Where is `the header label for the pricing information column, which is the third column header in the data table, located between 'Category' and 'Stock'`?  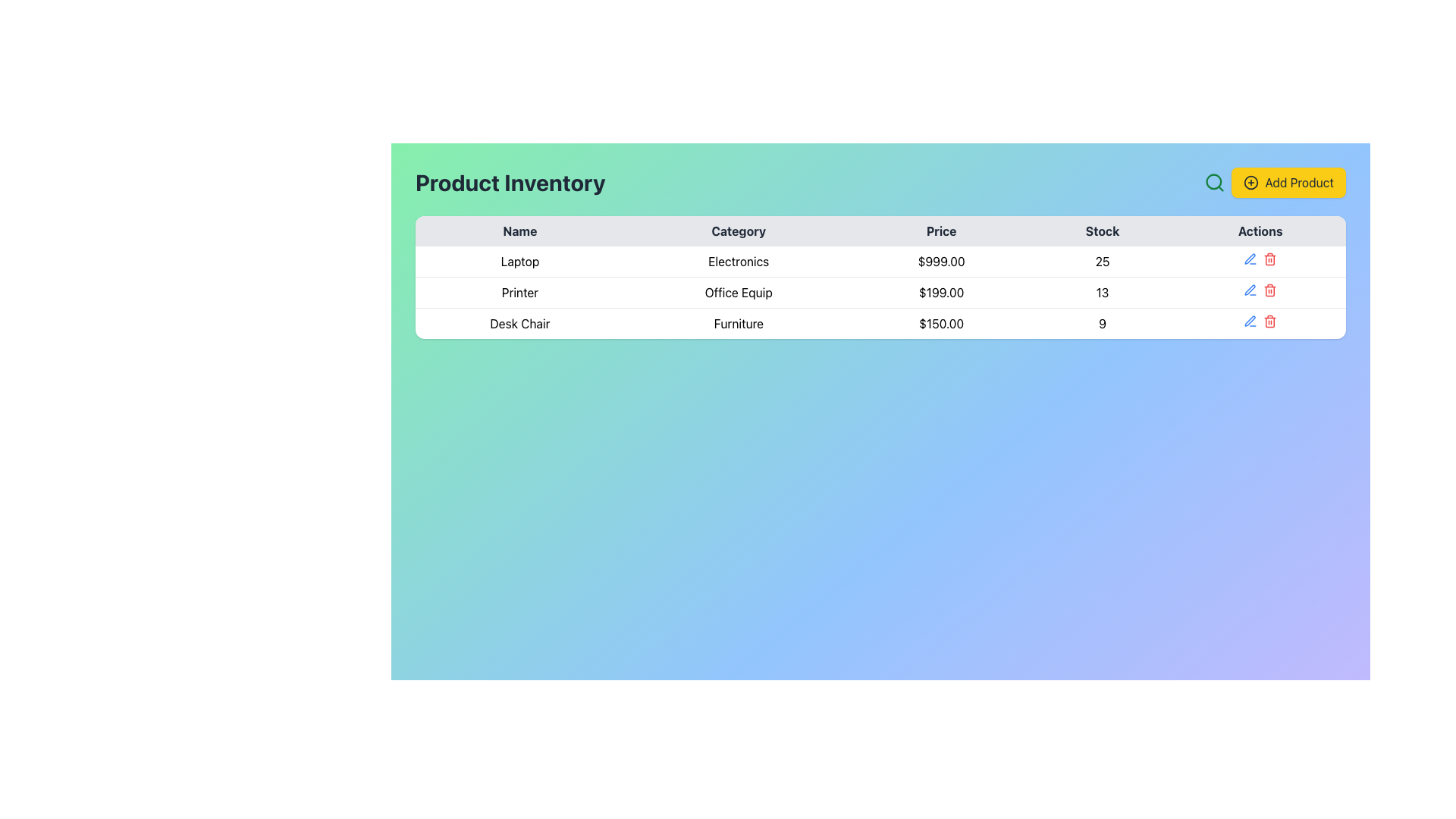 the header label for the pricing information column, which is the third column header in the data table, located between 'Category' and 'Stock' is located at coordinates (940, 231).